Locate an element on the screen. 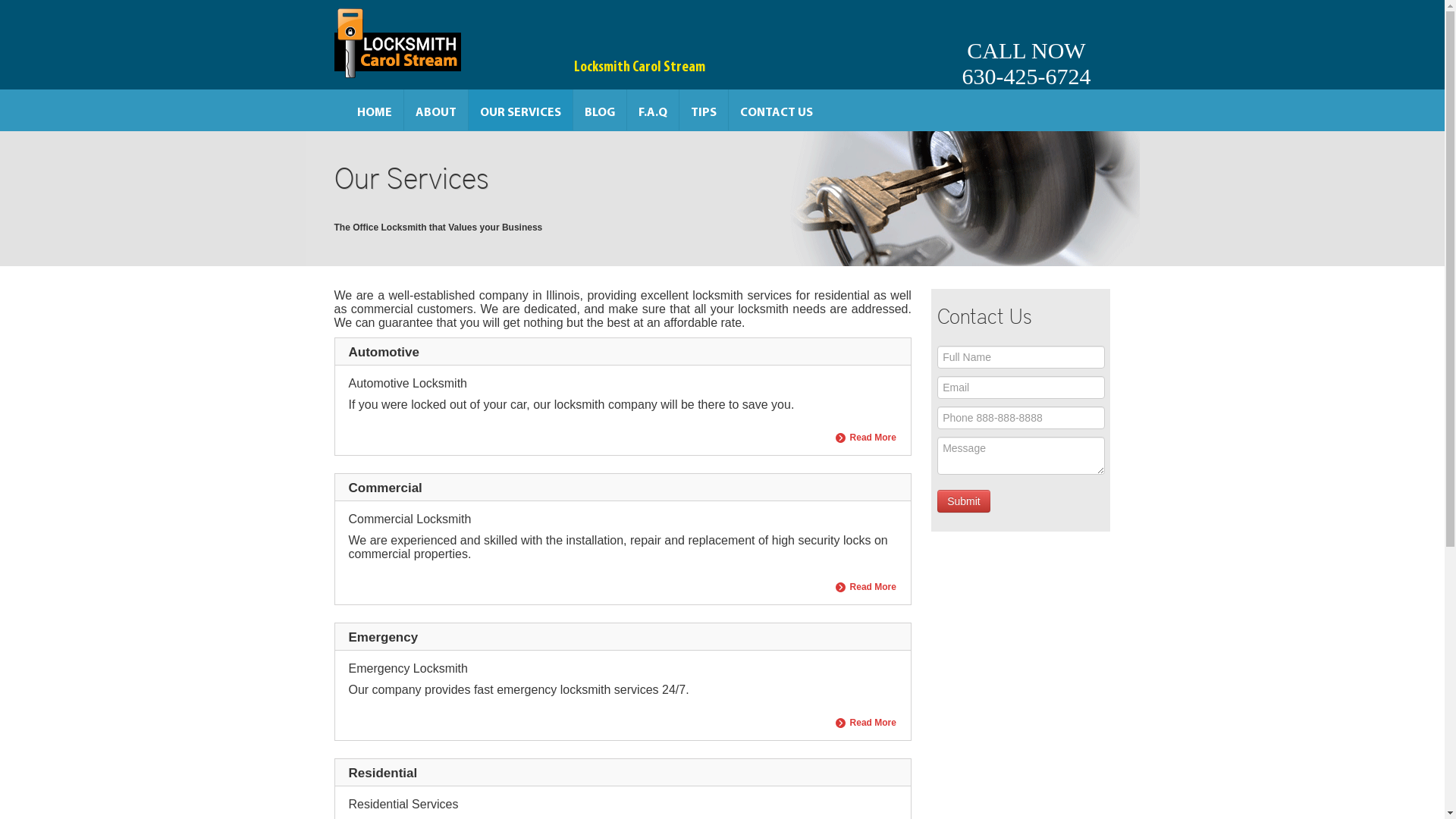 Image resolution: width=1456 pixels, height=819 pixels. 'F.A.Q' is located at coordinates (651, 109).